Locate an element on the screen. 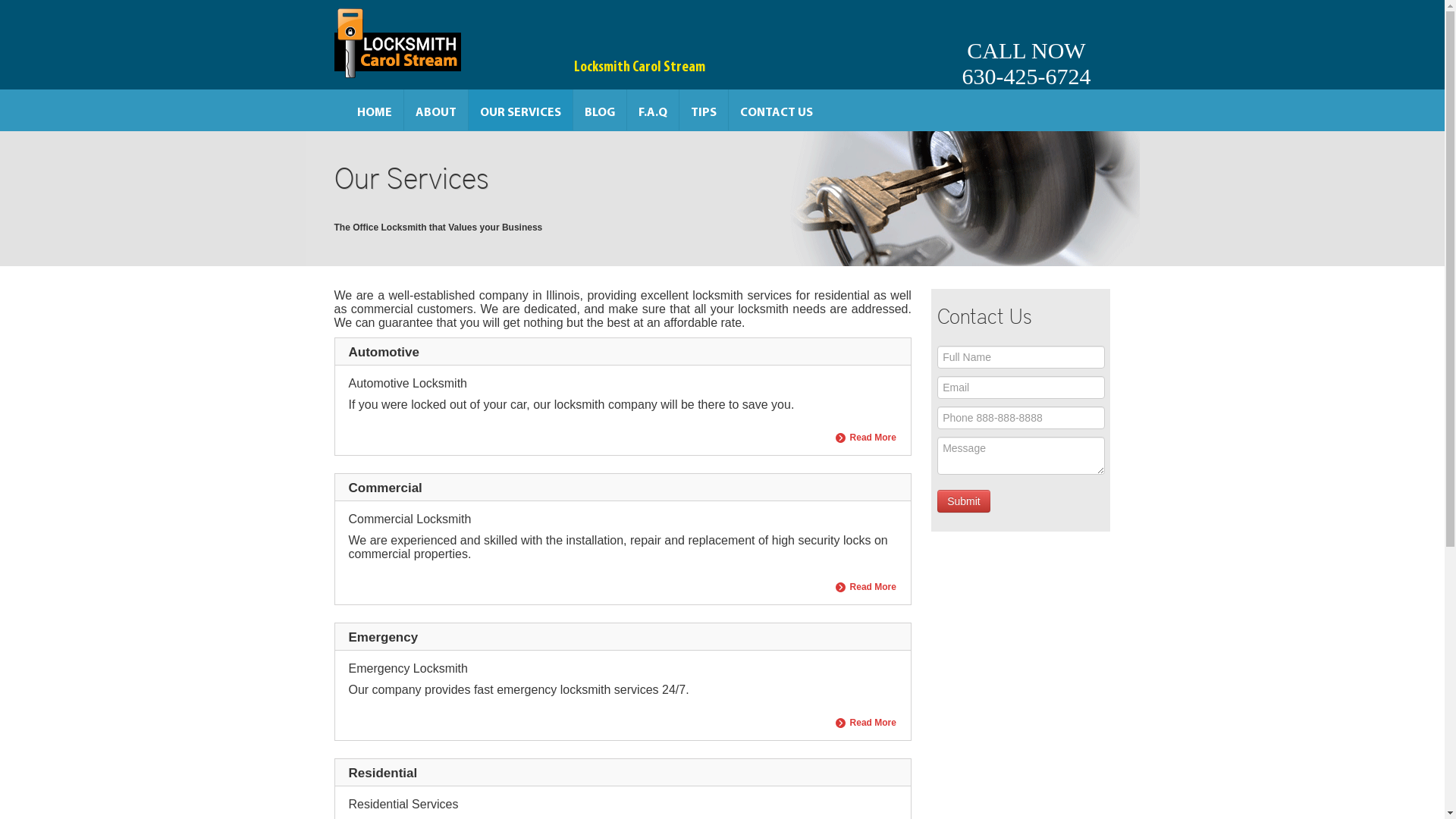 Image resolution: width=1456 pixels, height=819 pixels. 'F.A.Q' is located at coordinates (651, 109).